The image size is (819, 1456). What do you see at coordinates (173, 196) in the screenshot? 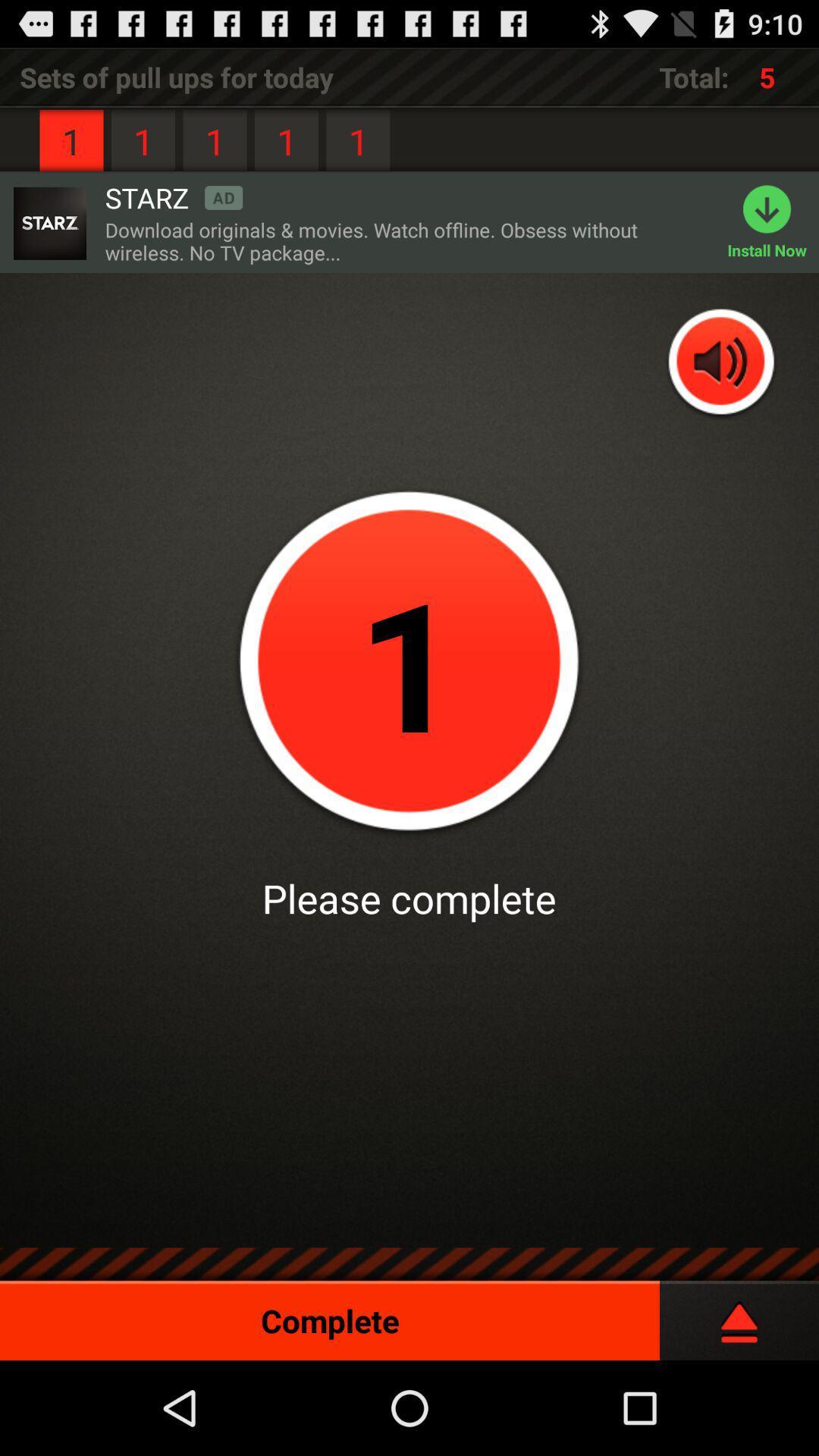
I see `starz icon` at bounding box center [173, 196].